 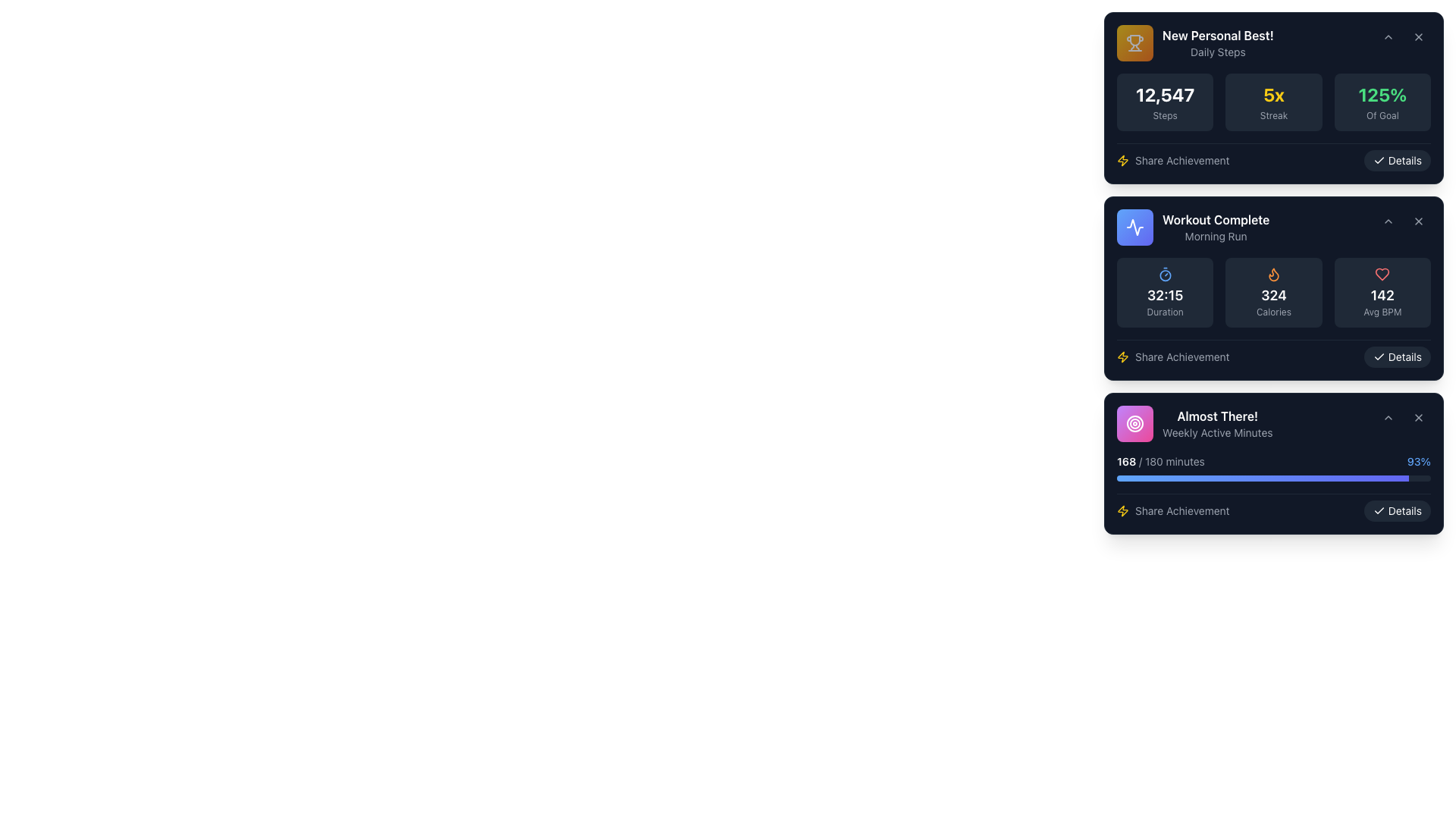 I want to click on the trophy icon with a gold gradient background located at the top-left corner of the 'New Personal Best! Daily Steps' card, so click(x=1135, y=42).